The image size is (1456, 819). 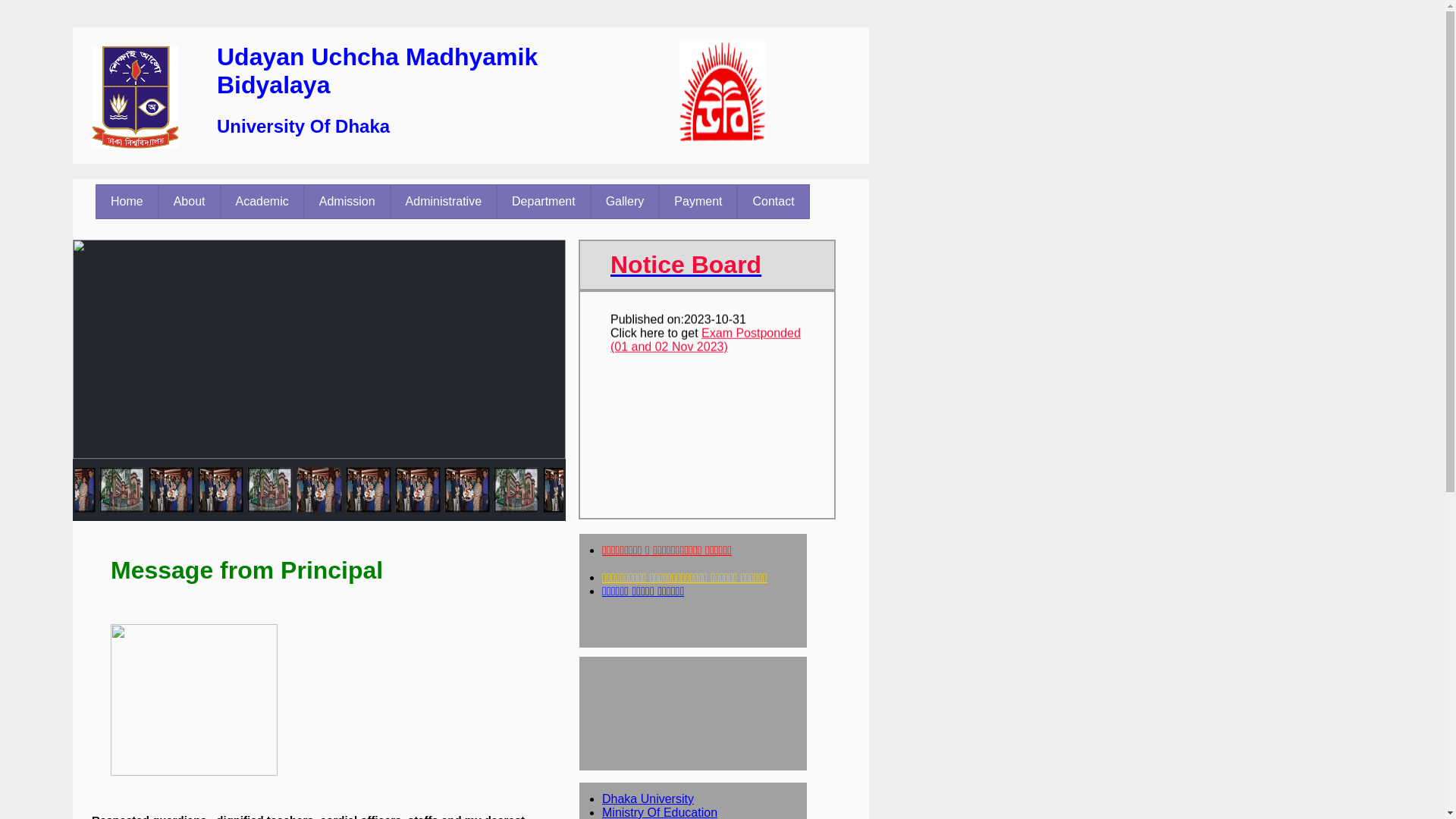 What do you see at coordinates (127, 201) in the screenshot?
I see `'Home'` at bounding box center [127, 201].